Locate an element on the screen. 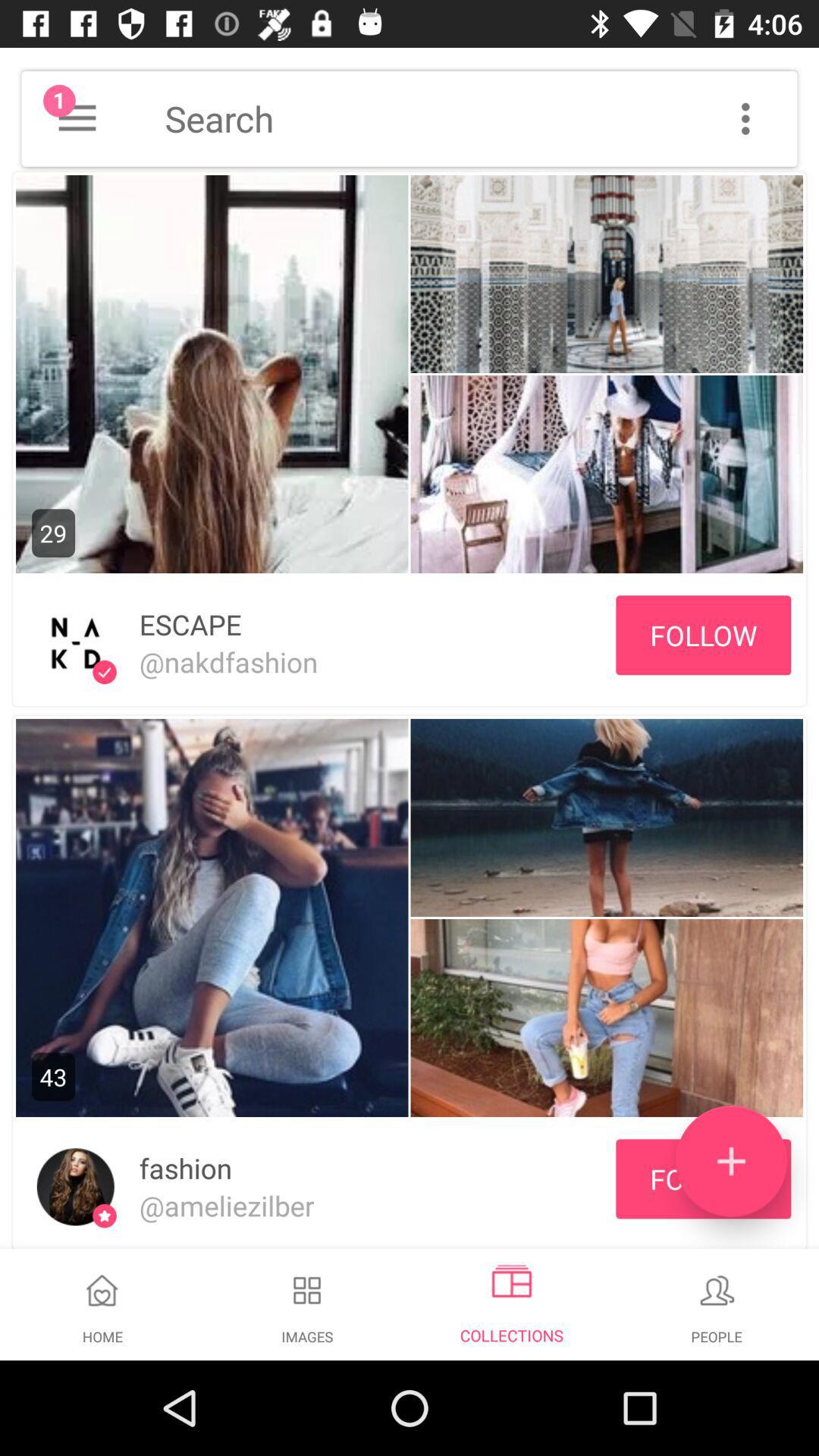 Image resolution: width=819 pixels, height=1456 pixels. navigation bar showing home images collections and people is located at coordinates (409, 1313).